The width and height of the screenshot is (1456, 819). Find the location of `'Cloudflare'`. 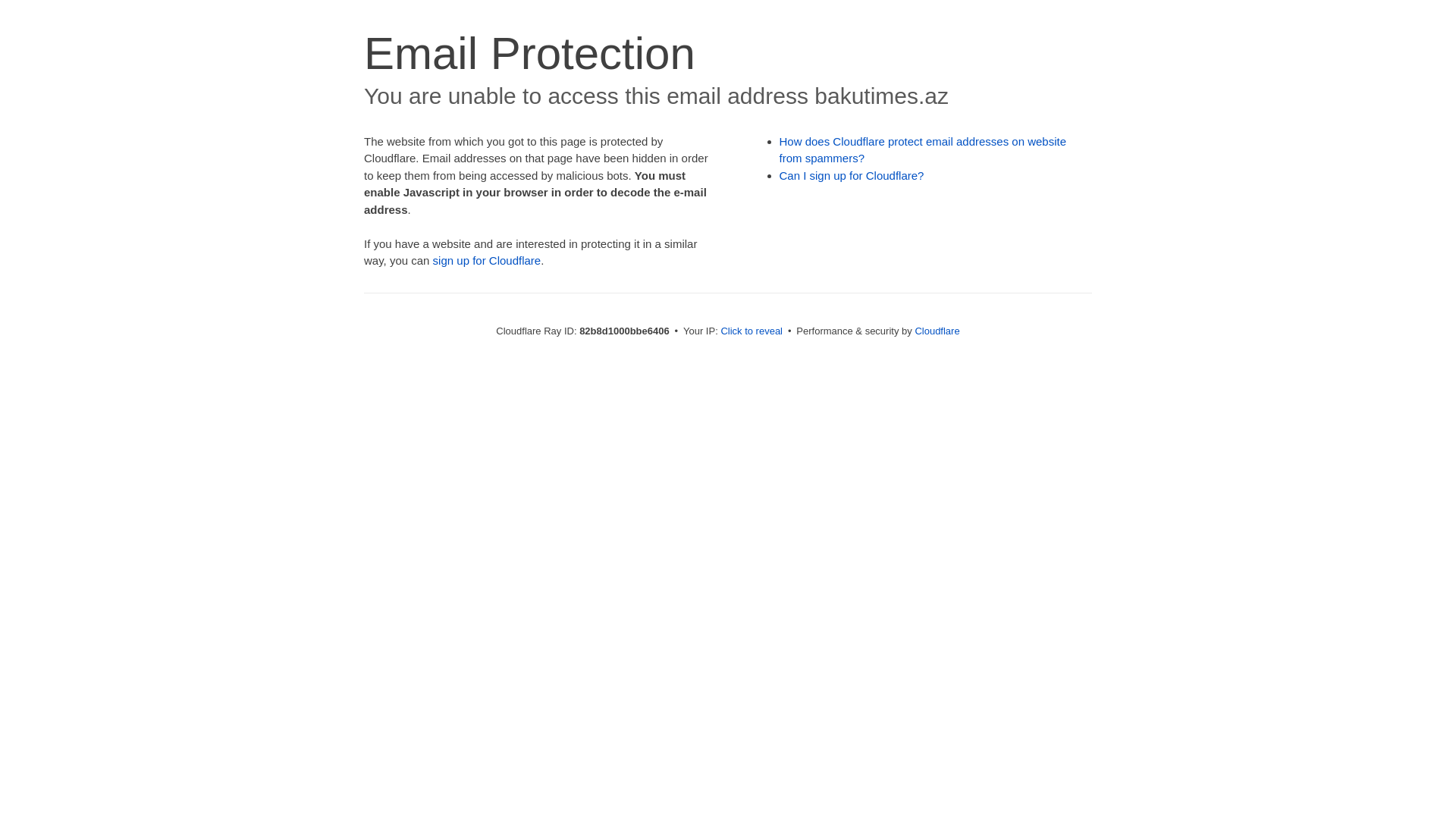

'Cloudflare' is located at coordinates (936, 330).